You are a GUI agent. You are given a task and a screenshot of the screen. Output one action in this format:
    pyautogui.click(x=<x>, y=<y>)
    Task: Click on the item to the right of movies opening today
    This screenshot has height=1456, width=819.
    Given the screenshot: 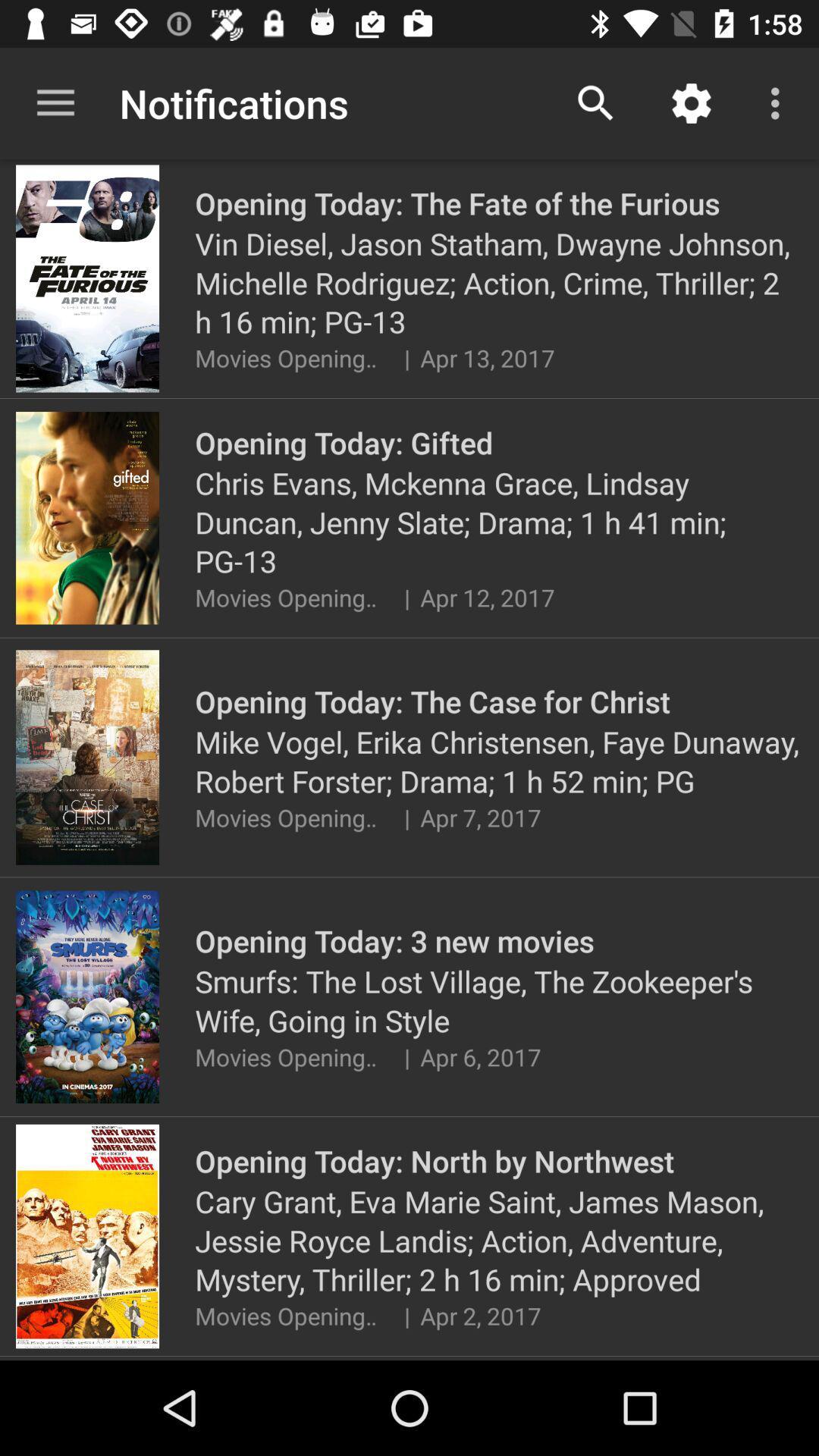 What is the action you would take?
    pyautogui.click(x=406, y=357)
    